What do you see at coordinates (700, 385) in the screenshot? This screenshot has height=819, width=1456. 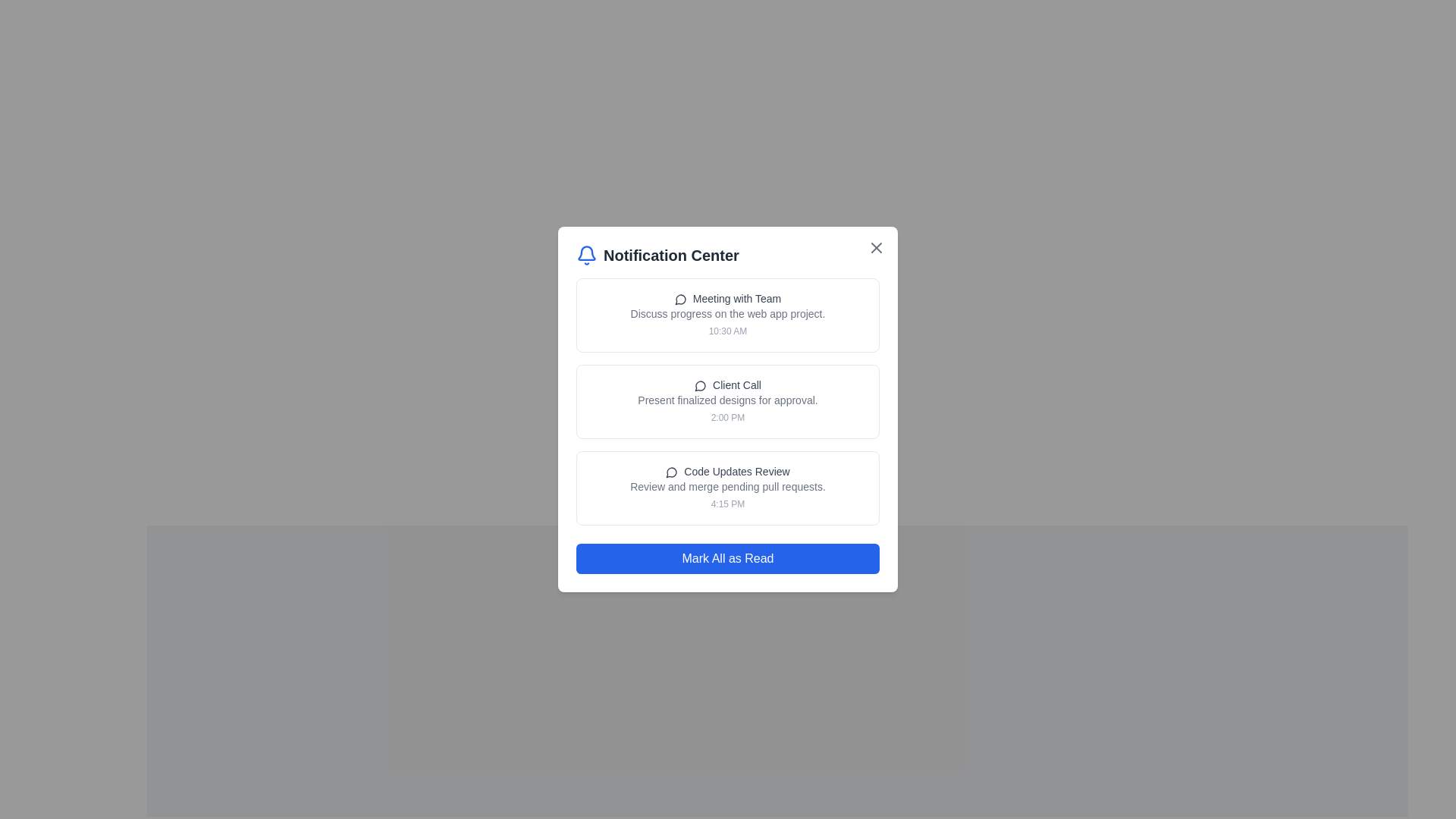 I see `the circular speech bubble icon located to the left of the 'Client Call' text within the 'Notification Center' to understand the type of notification it represents` at bounding box center [700, 385].